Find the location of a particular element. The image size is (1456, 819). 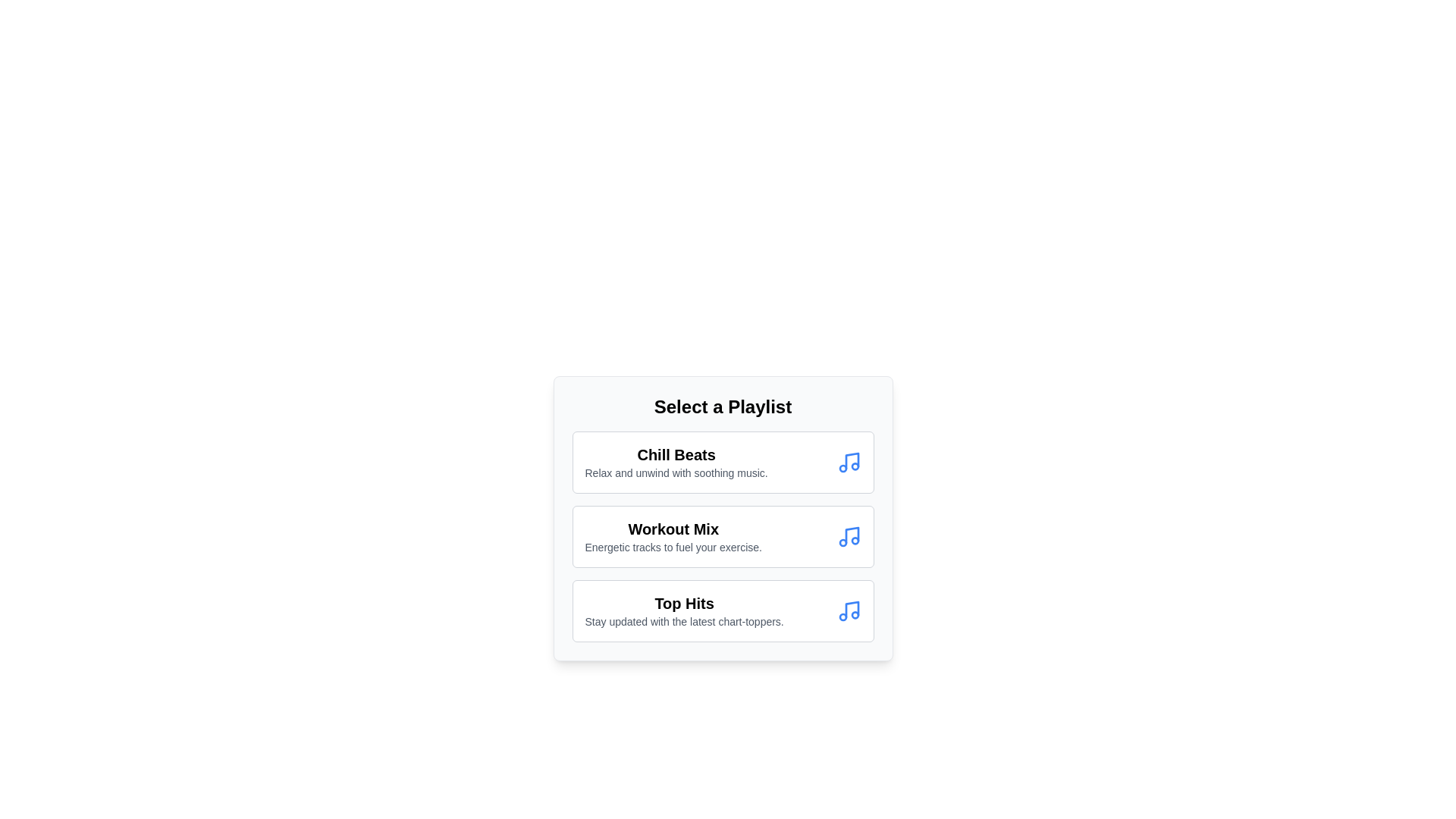

the title text of the 'Top Hits' playlist card, located in the third playlist card under the 'Select a Playlist' section, which is positioned above a description text and next to a musical note icon is located at coordinates (683, 602).